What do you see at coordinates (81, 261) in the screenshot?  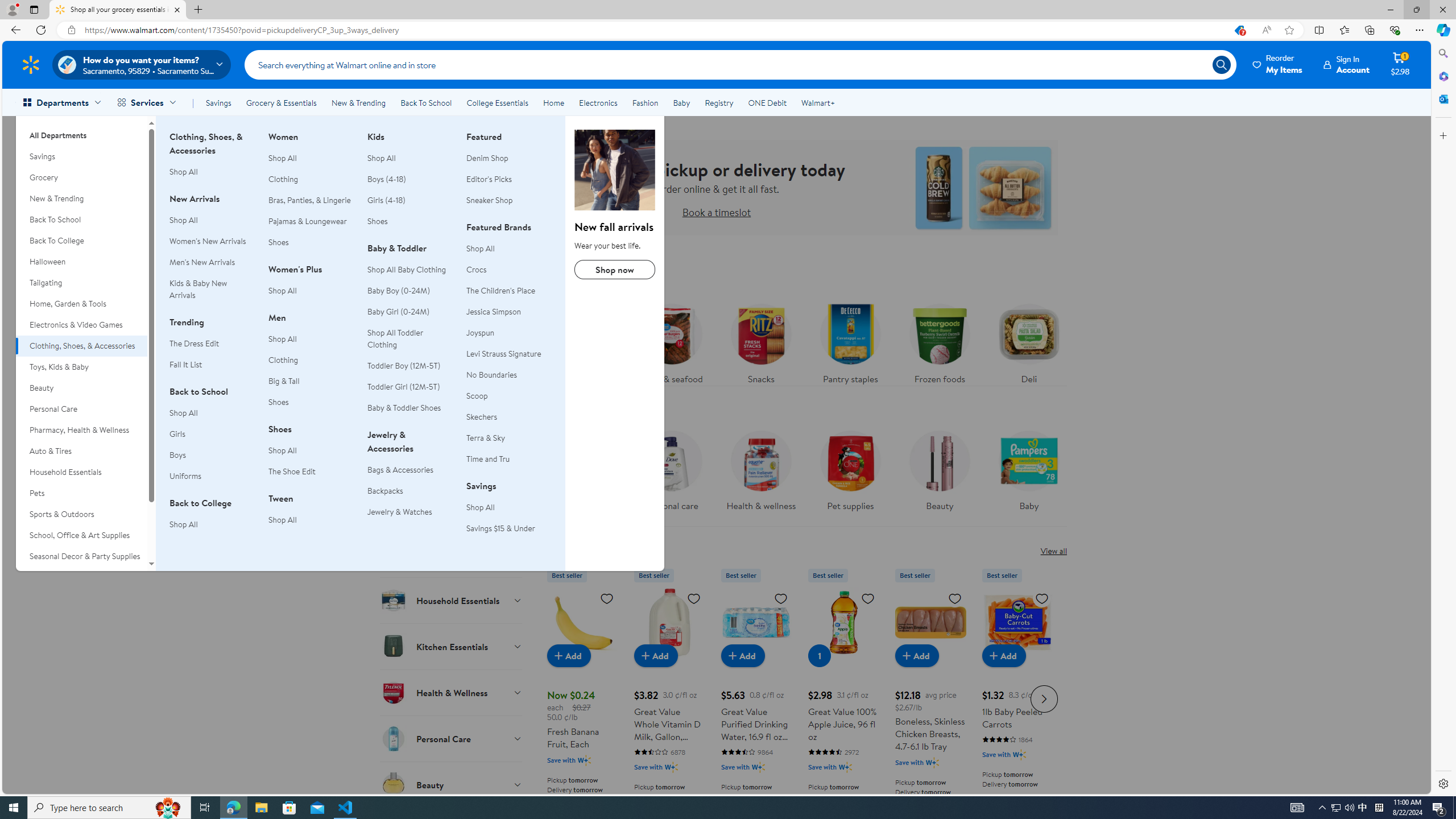 I see `'Halloween'` at bounding box center [81, 261].